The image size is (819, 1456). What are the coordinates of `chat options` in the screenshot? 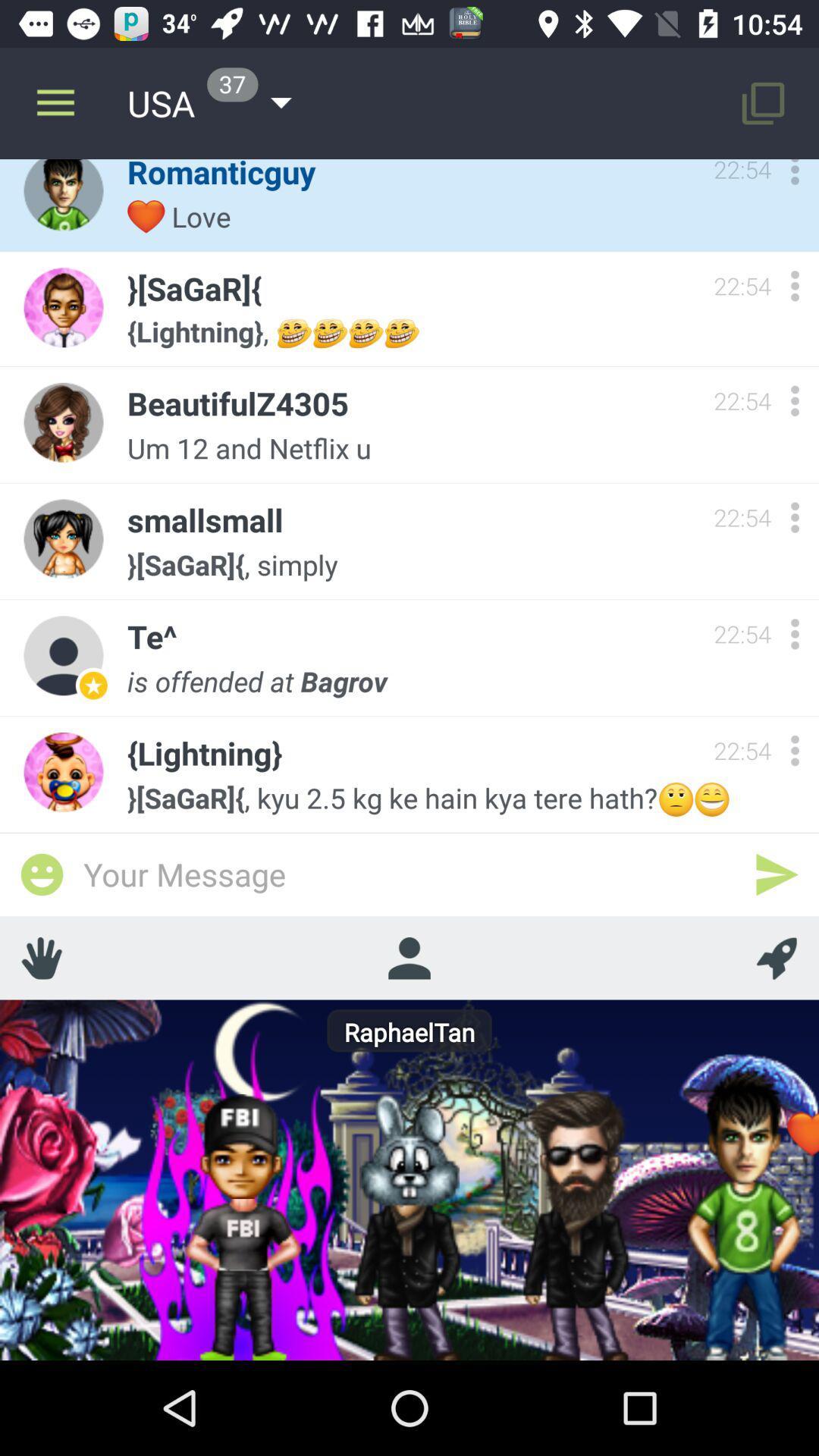 It's located at (794, 176).